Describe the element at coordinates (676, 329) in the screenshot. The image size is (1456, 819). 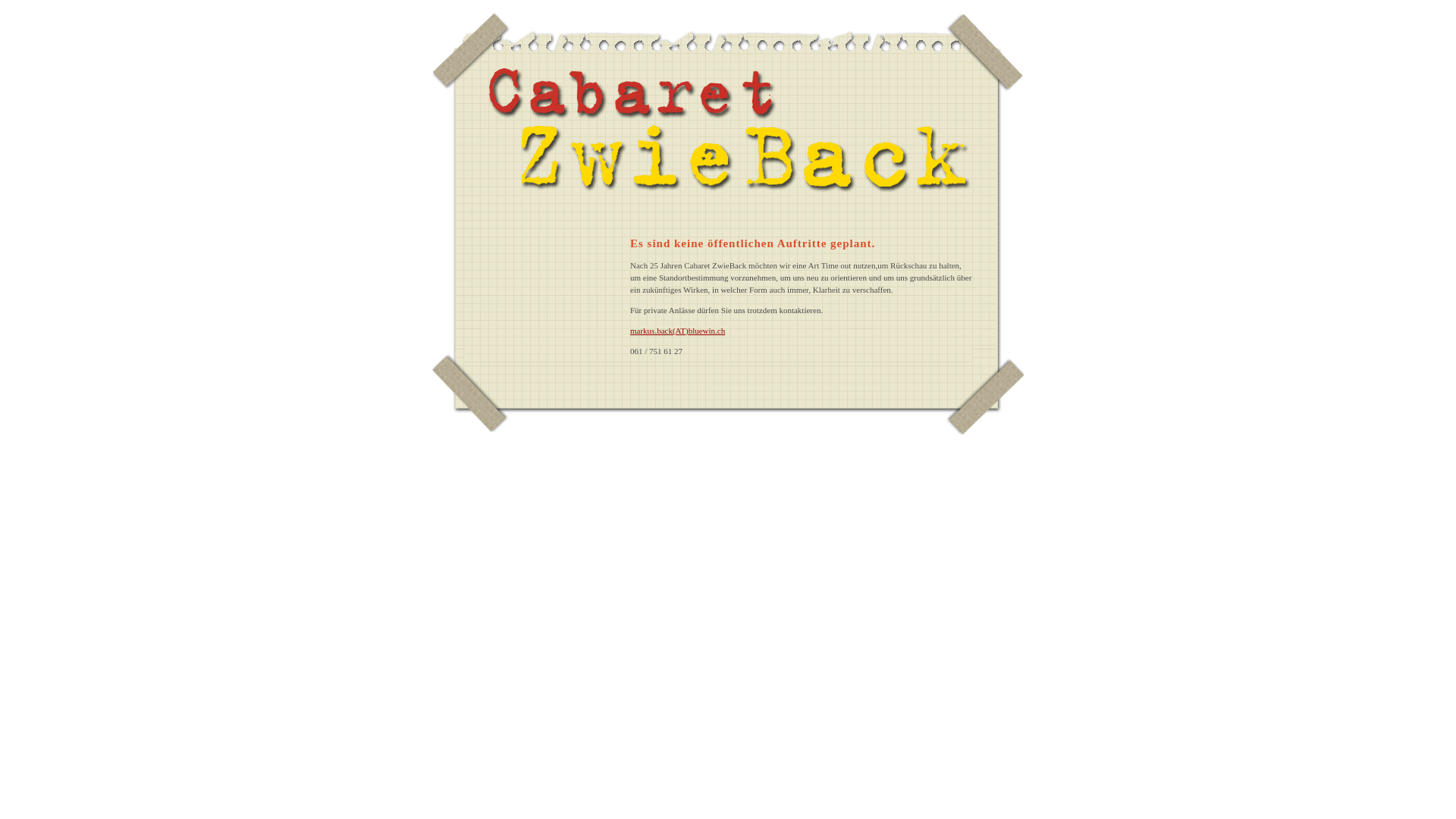
I see `'markus.back(AT)bluewin.ch'` at that location.